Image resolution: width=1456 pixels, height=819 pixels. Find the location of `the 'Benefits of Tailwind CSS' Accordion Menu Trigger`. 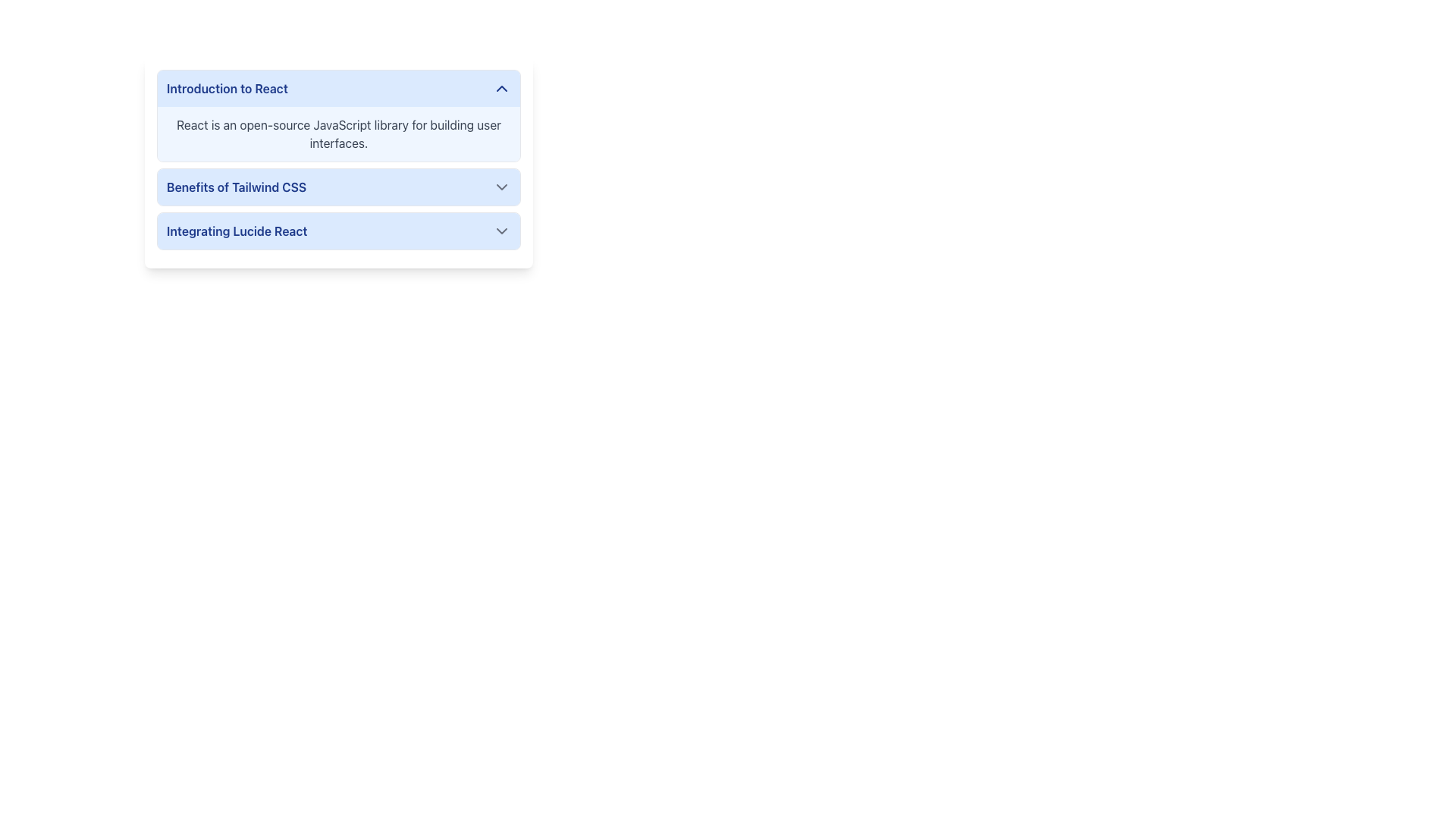

the 'Benefits of Tailwind CSS' Accordion Menu Trigger is located at coordinates (337, 186).